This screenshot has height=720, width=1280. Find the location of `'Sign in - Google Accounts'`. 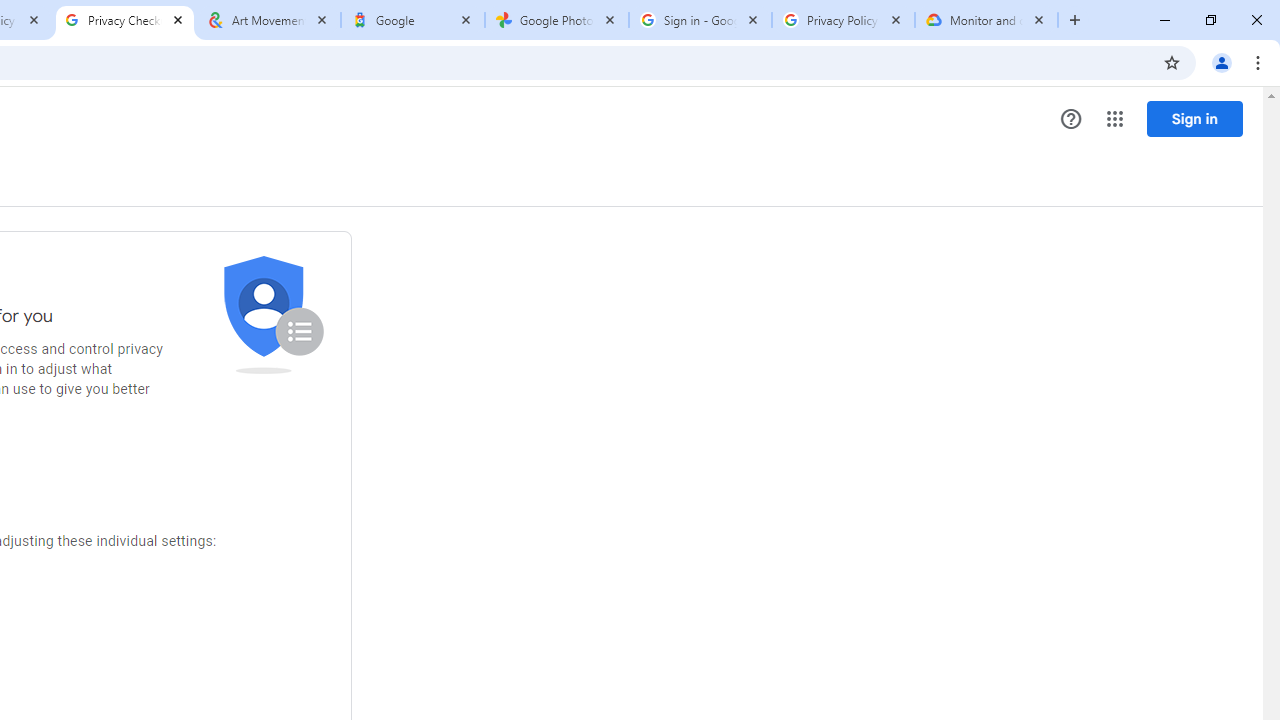

'Sign in - Google Accounts' is located at coordinates (700, 20).